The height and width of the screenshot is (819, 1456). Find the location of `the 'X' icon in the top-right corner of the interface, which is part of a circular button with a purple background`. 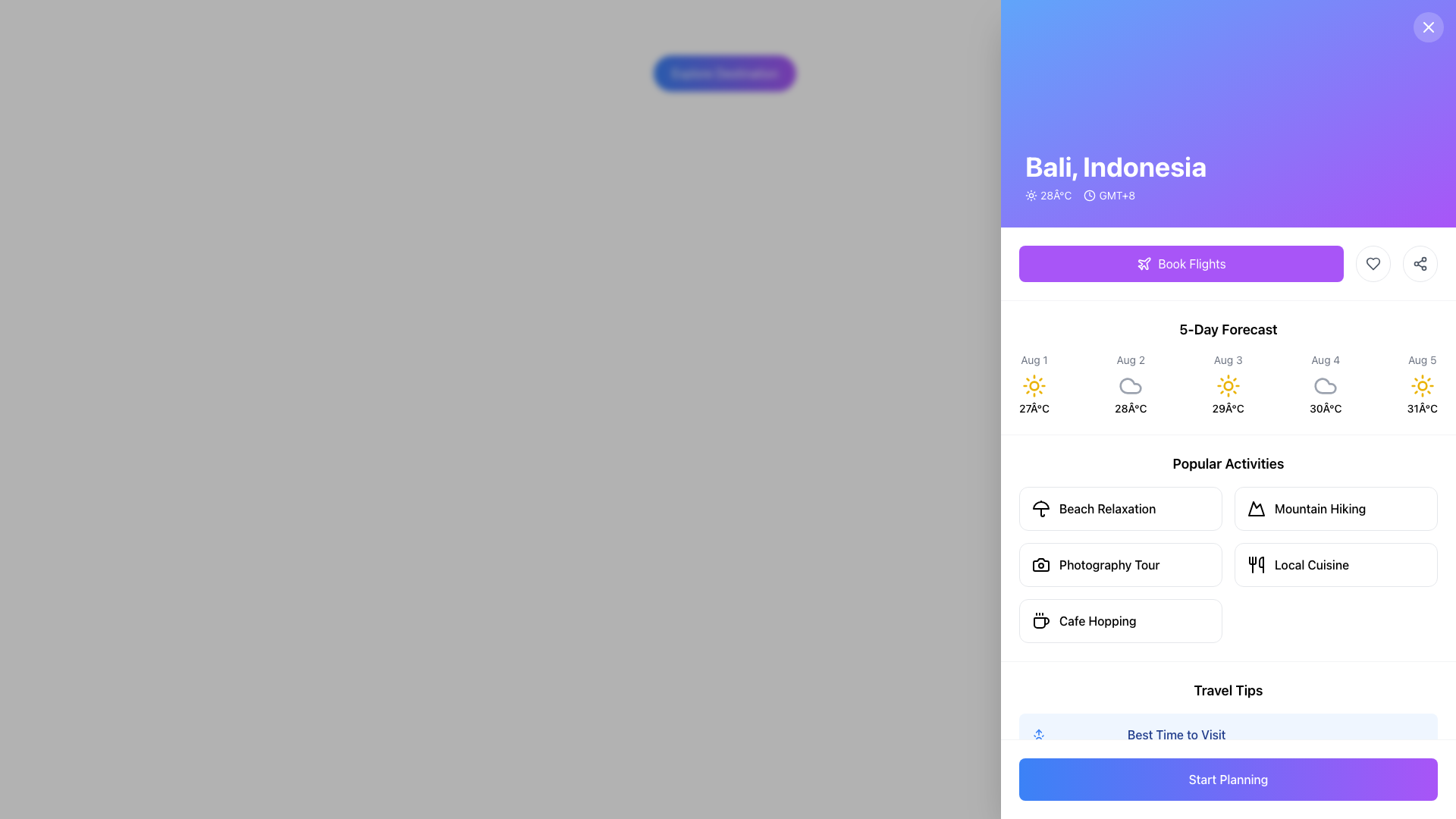

the 'X' icon in the top-right corner of the interface, which is part of a circular button with a purple background is located at coordinates (1427, 27).